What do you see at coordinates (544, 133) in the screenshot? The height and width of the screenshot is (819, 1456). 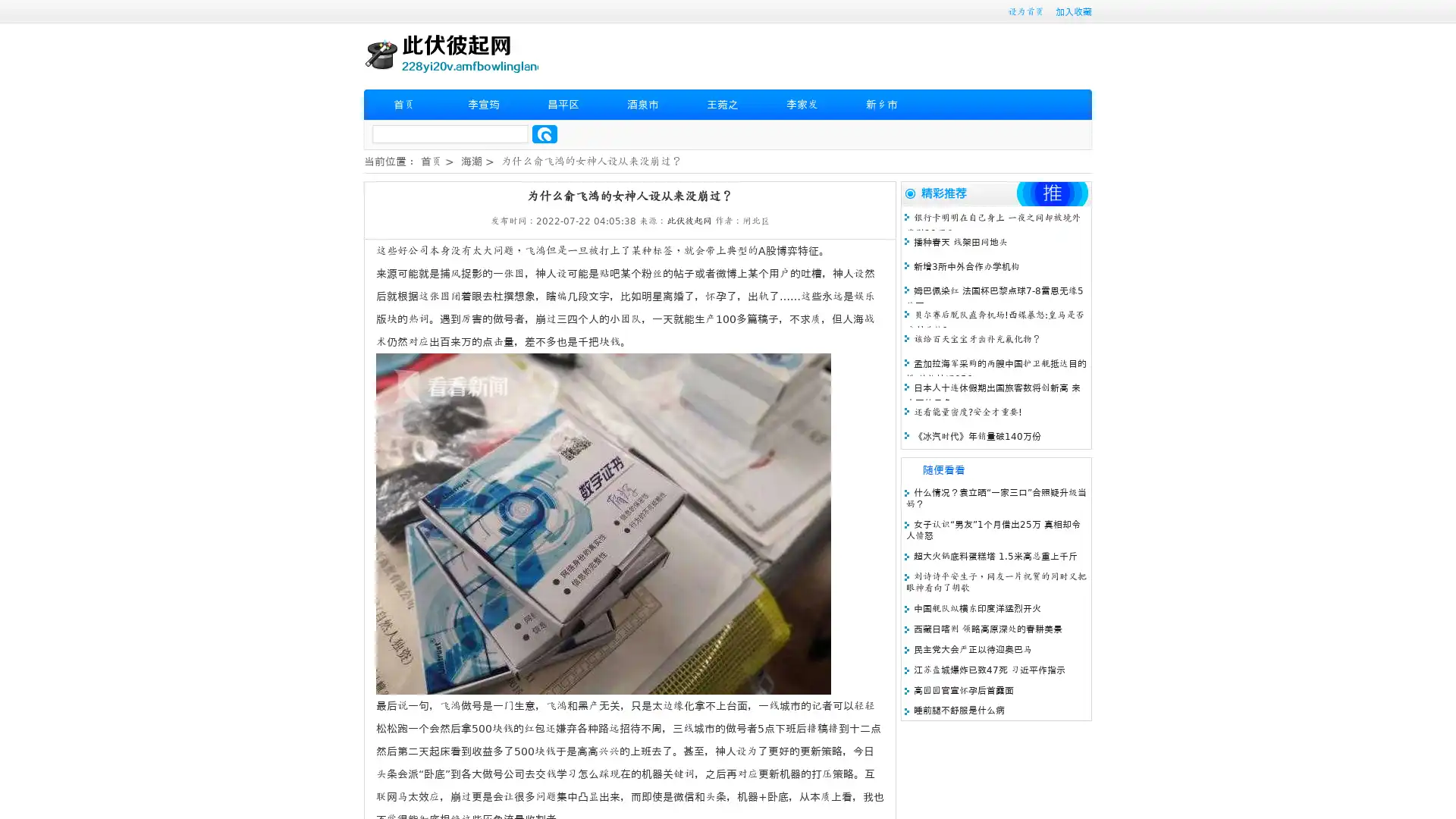 I see `Search` at bounding box center [544, 133].